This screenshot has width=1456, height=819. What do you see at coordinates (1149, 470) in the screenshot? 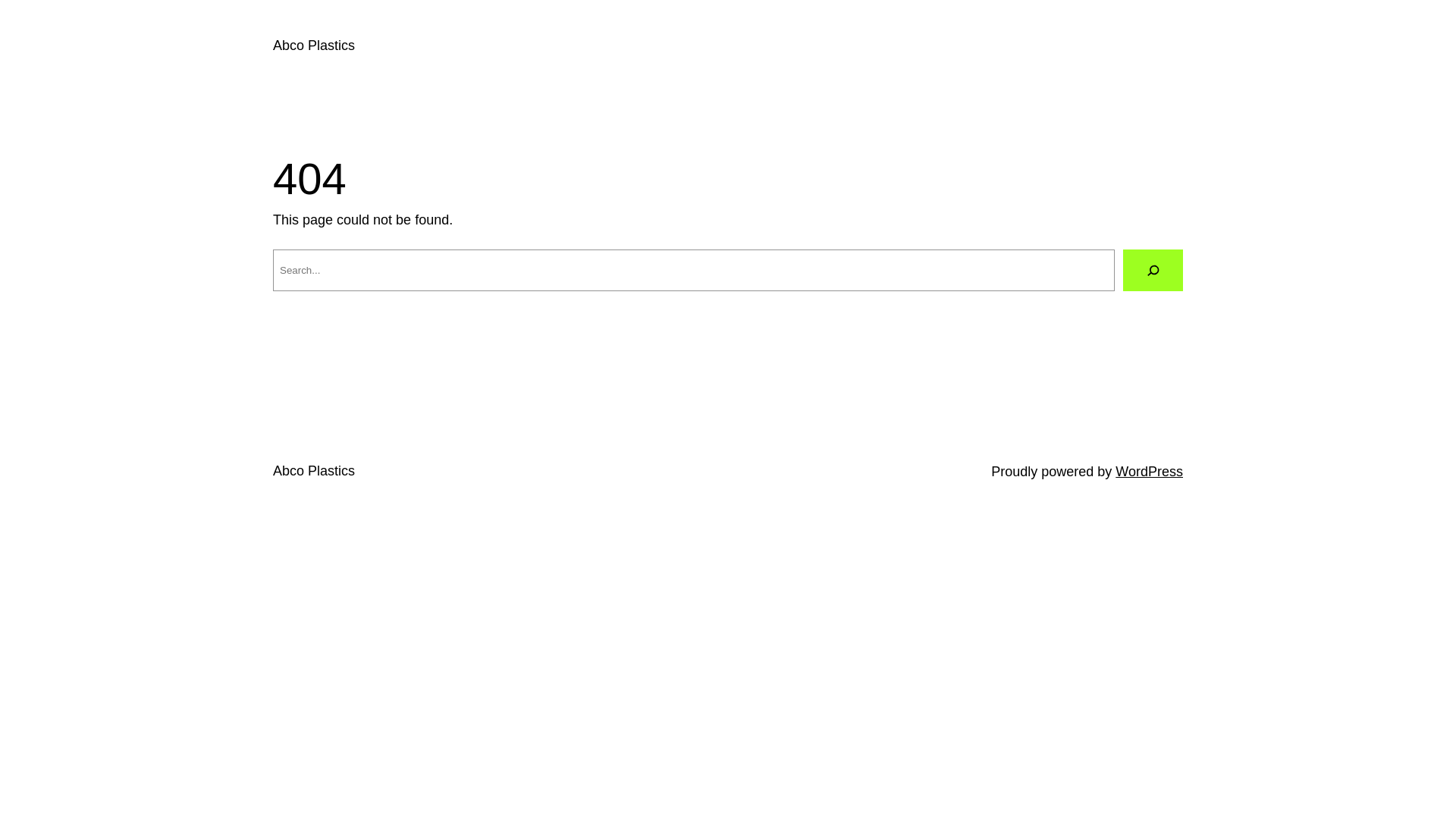
I see `'WordPress'` at bounding box center [1149, 470].